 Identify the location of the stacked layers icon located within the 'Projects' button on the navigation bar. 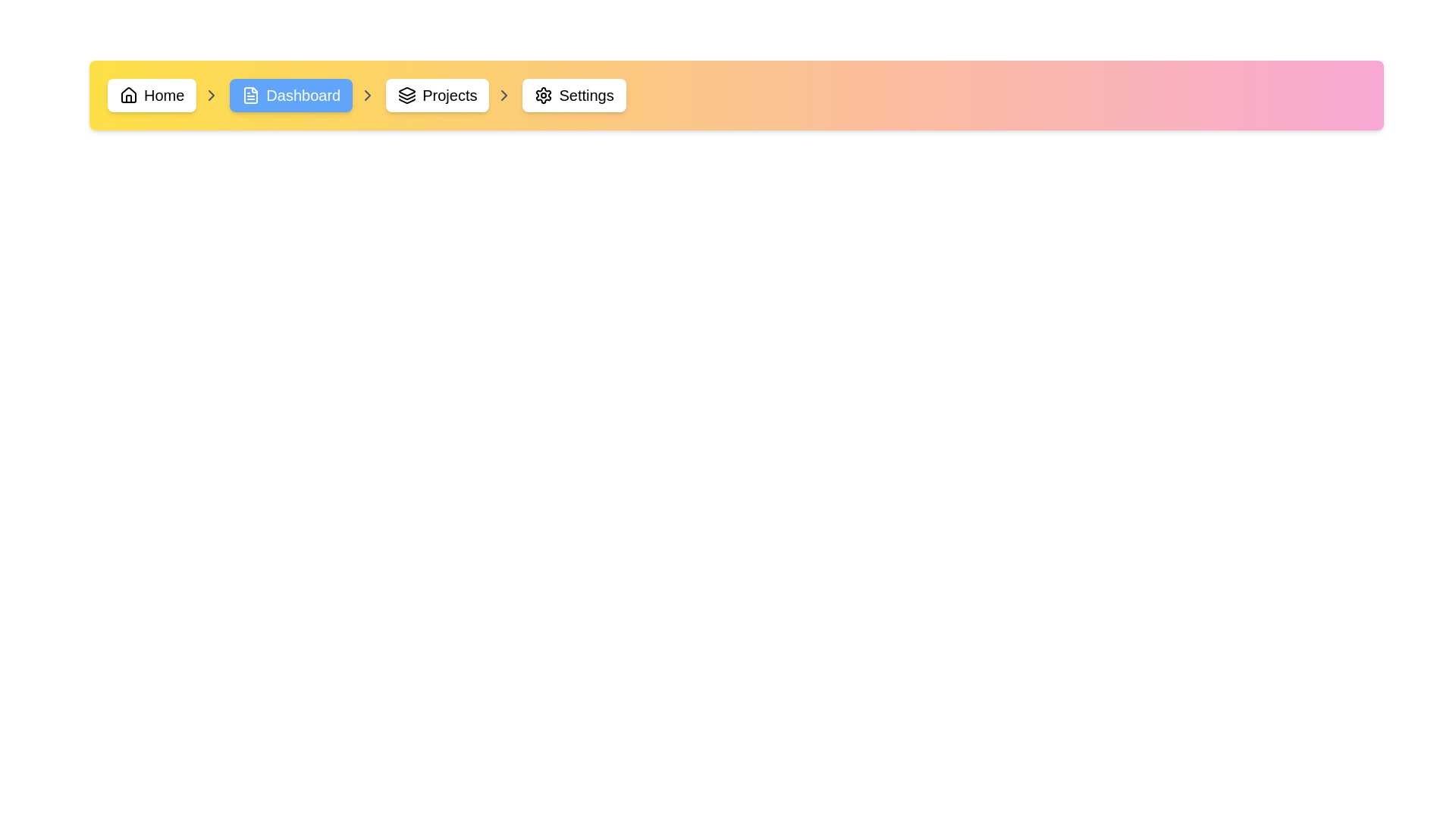
(407, 96).